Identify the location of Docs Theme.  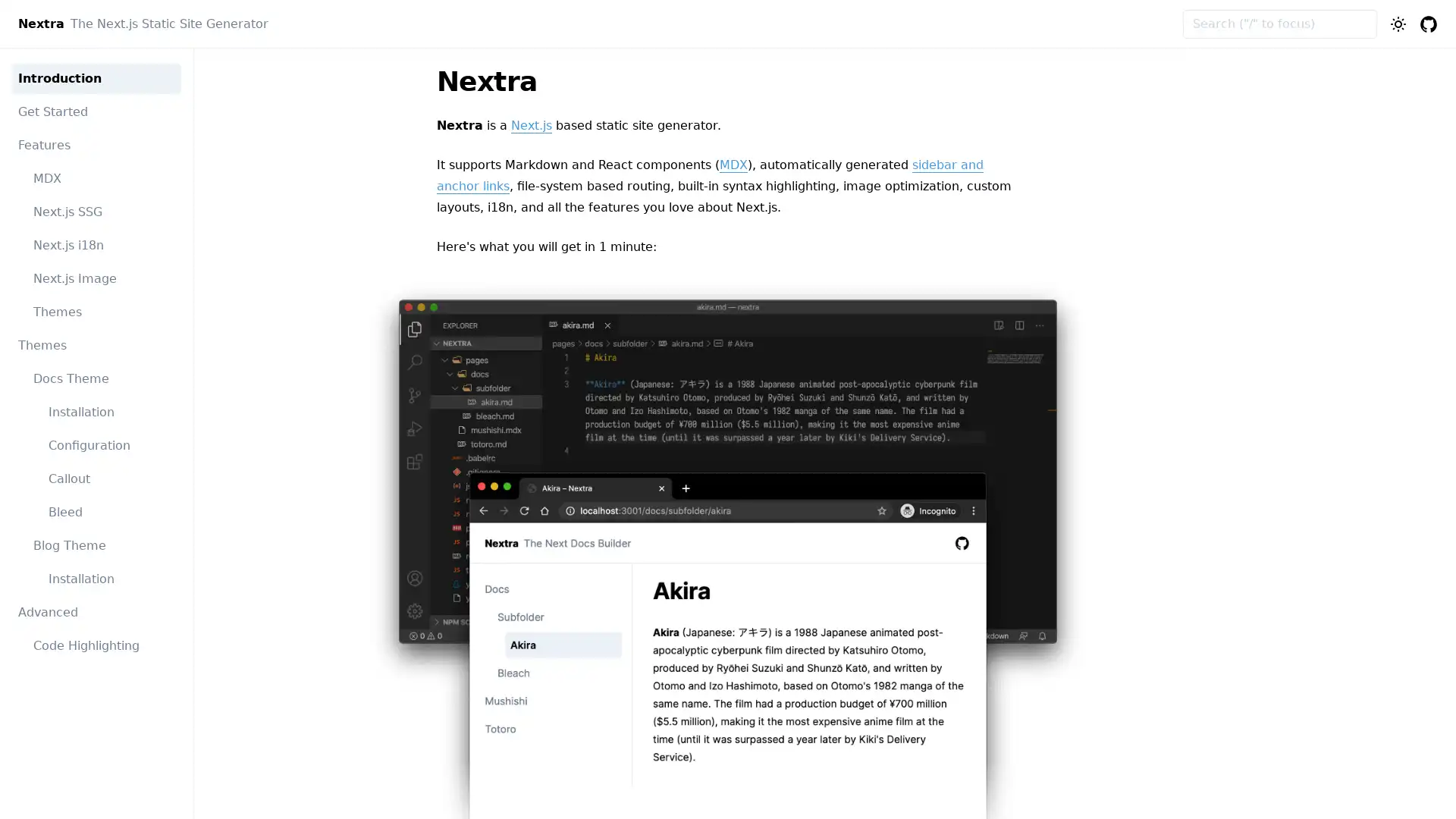
(103, 378).